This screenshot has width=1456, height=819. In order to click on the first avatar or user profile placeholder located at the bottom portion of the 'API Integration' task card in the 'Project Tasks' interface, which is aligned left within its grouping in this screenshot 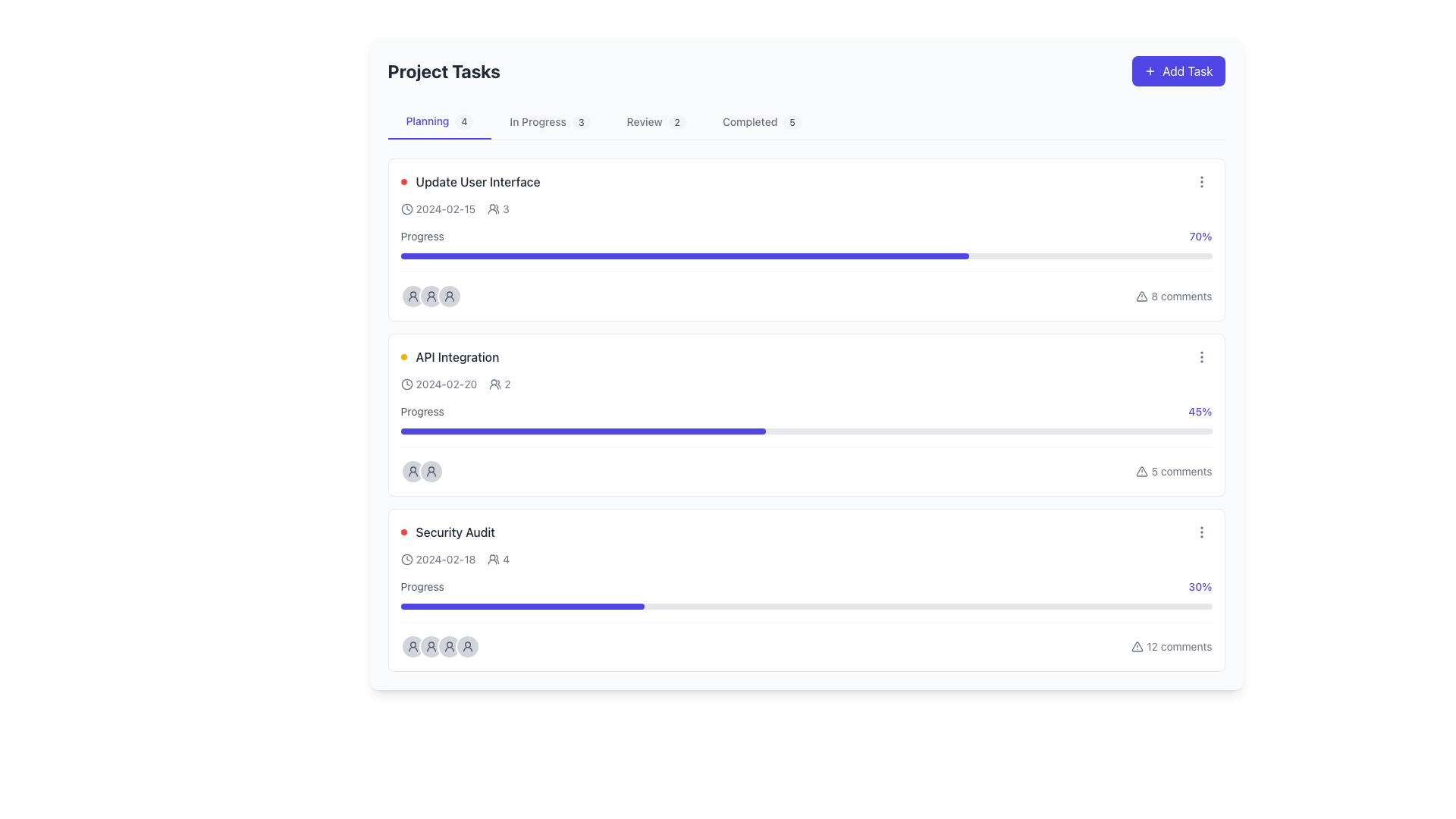, I will do `click(413, 470)`.